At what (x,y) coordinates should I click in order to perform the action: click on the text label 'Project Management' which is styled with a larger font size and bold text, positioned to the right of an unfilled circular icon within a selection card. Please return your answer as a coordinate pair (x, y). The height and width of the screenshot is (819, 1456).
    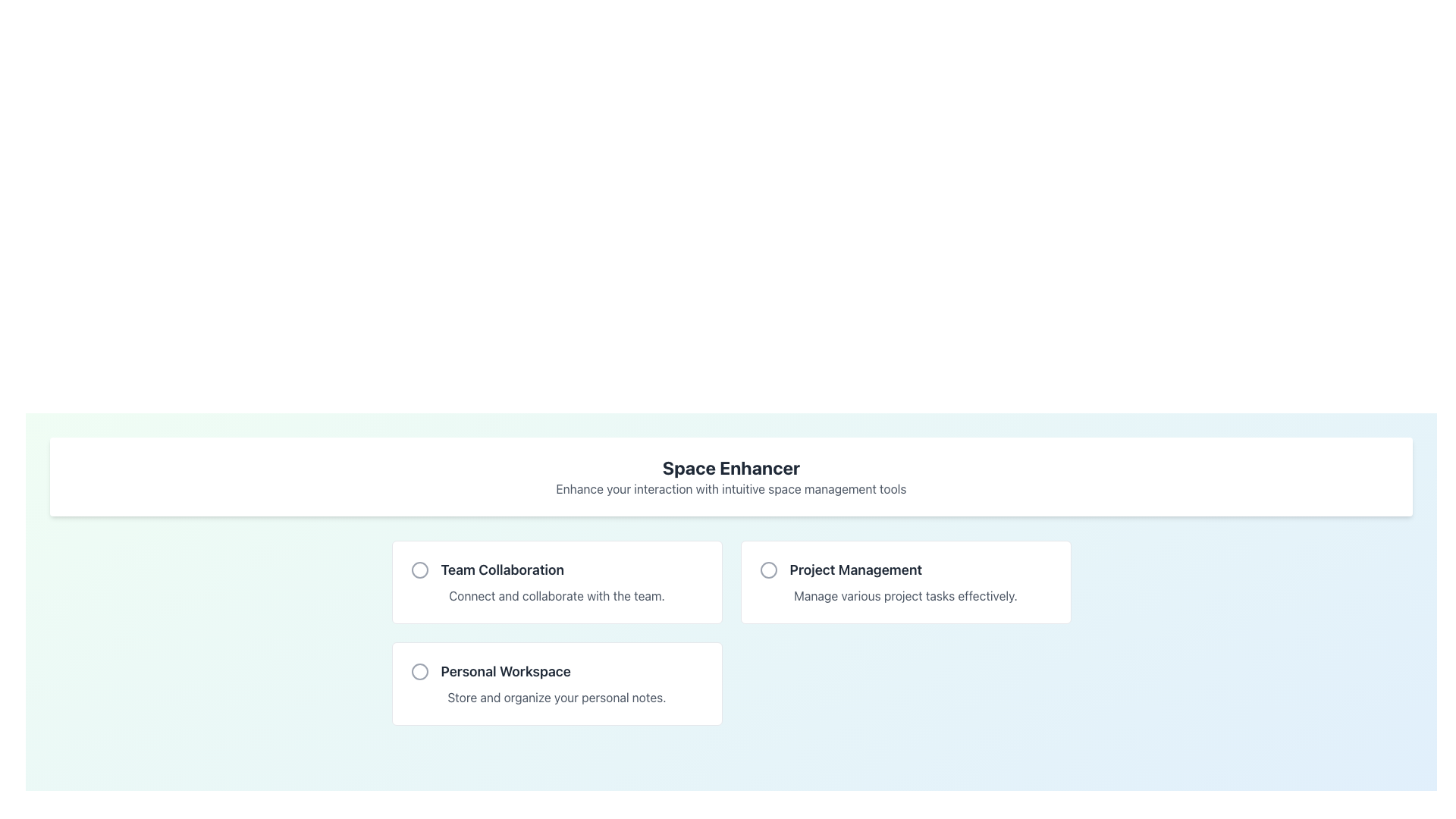
    Looking at the image, I should click on (905, 570).